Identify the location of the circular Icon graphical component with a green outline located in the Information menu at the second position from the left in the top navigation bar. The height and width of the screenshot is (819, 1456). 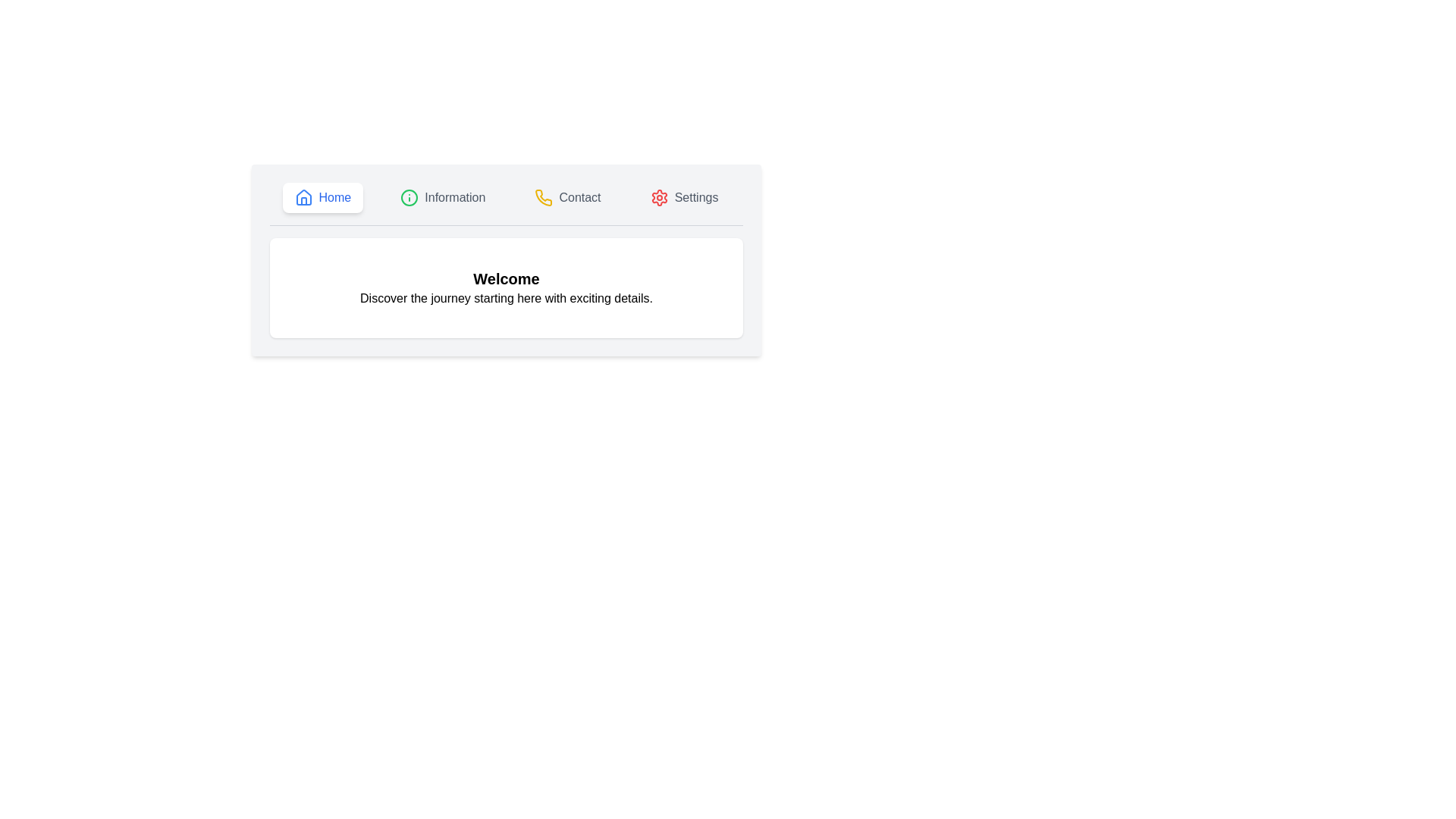
(409, 197).